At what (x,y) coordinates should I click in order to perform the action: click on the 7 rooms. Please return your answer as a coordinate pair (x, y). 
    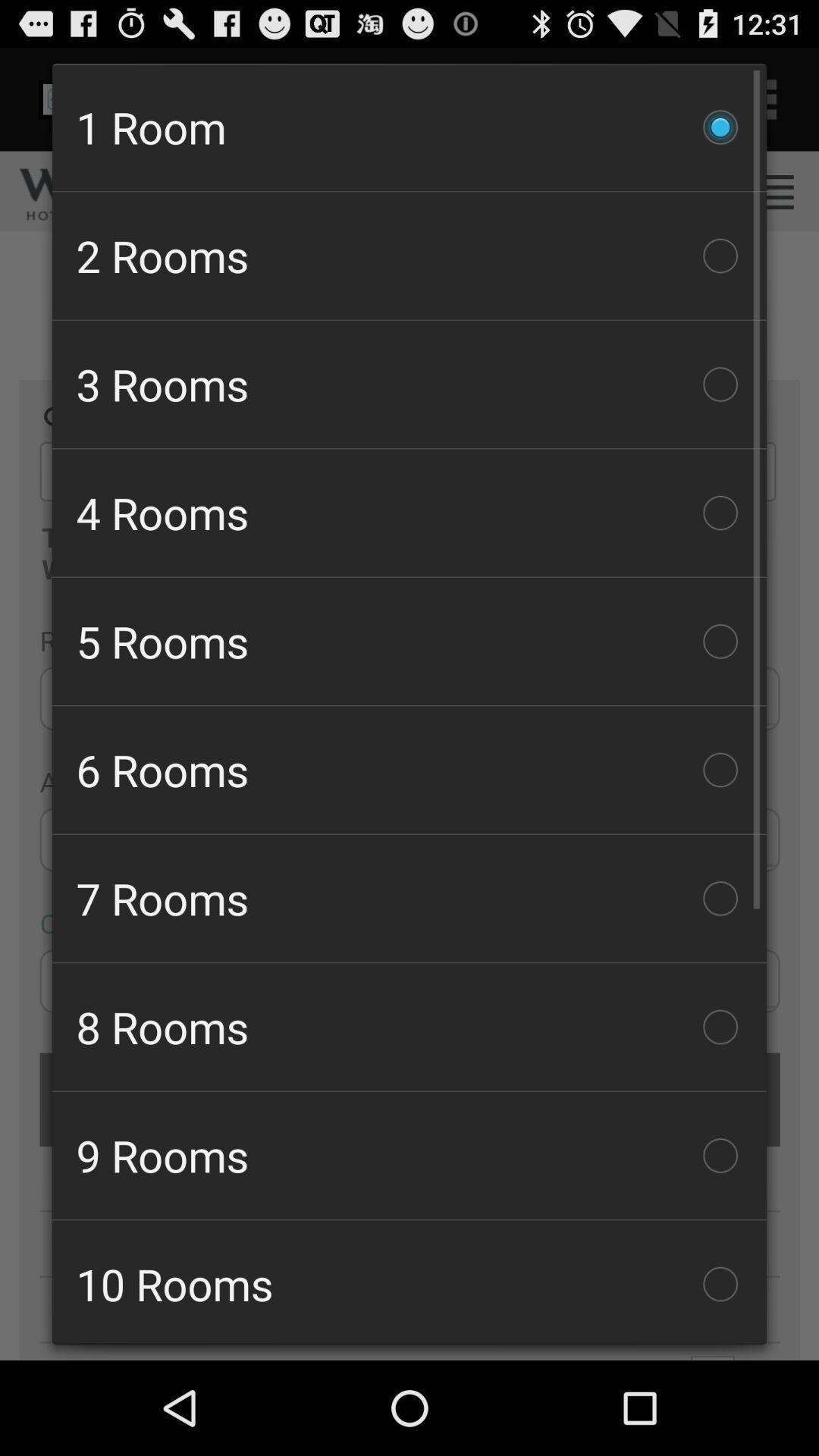
    Looking at the image, I should click on (409, 899).